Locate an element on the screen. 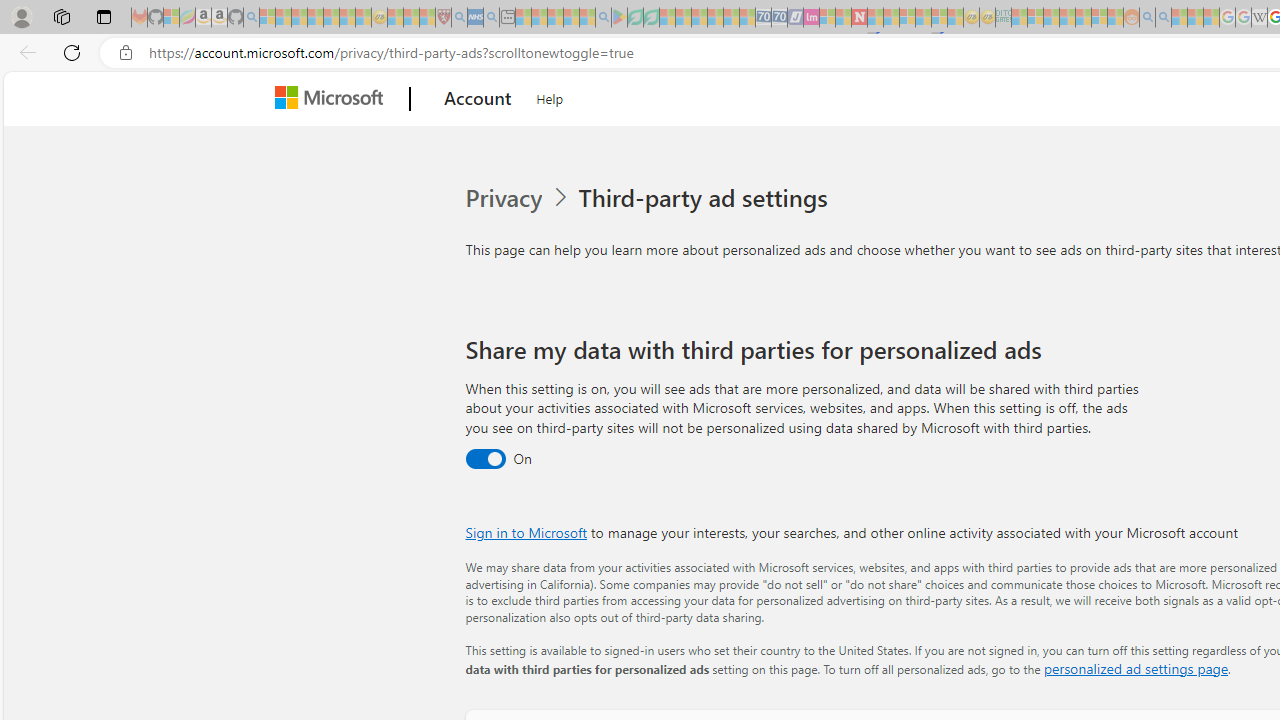  'Account' is located at coordinates (477, 99).